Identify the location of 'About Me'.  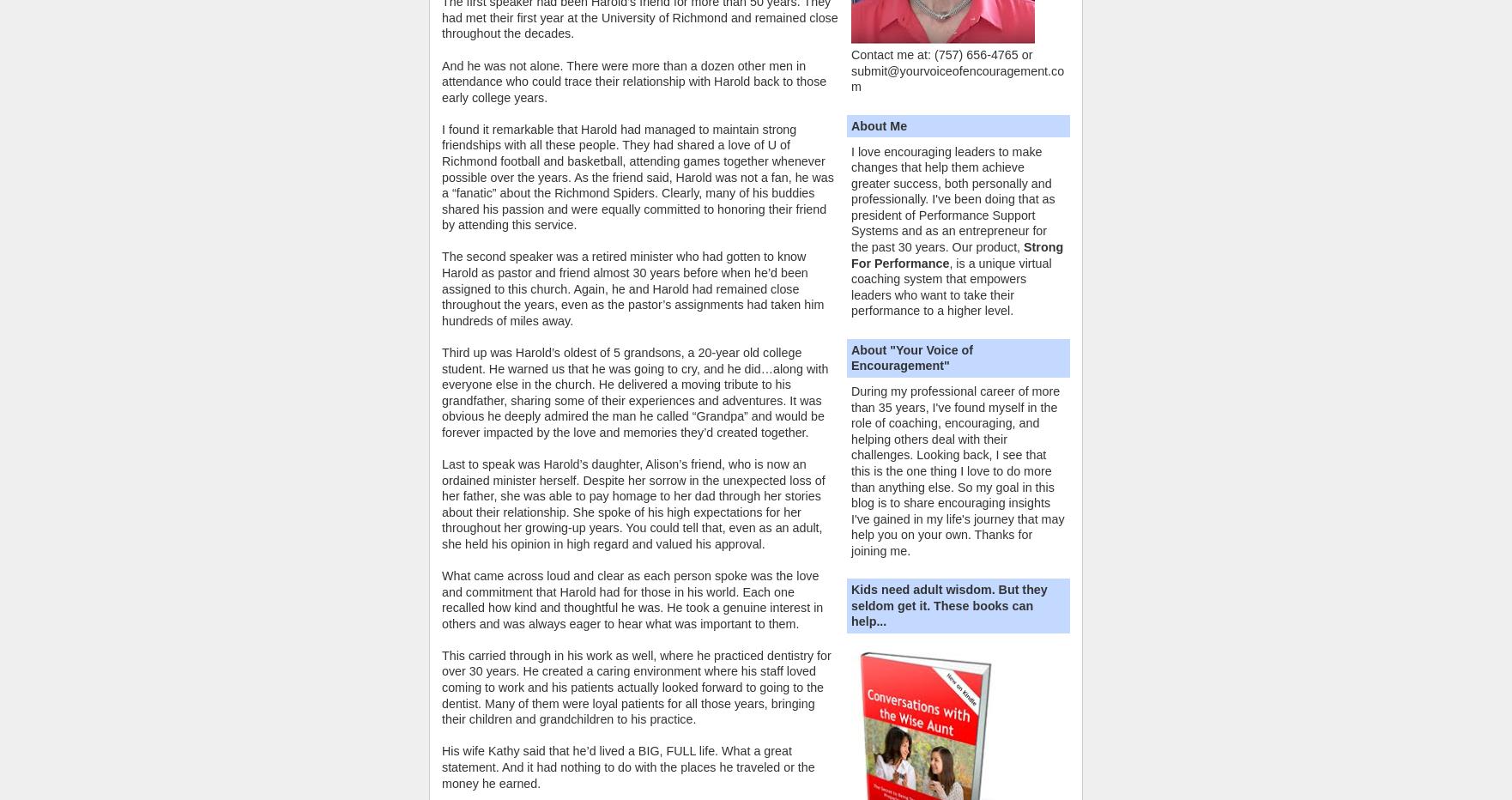
(851, 124).